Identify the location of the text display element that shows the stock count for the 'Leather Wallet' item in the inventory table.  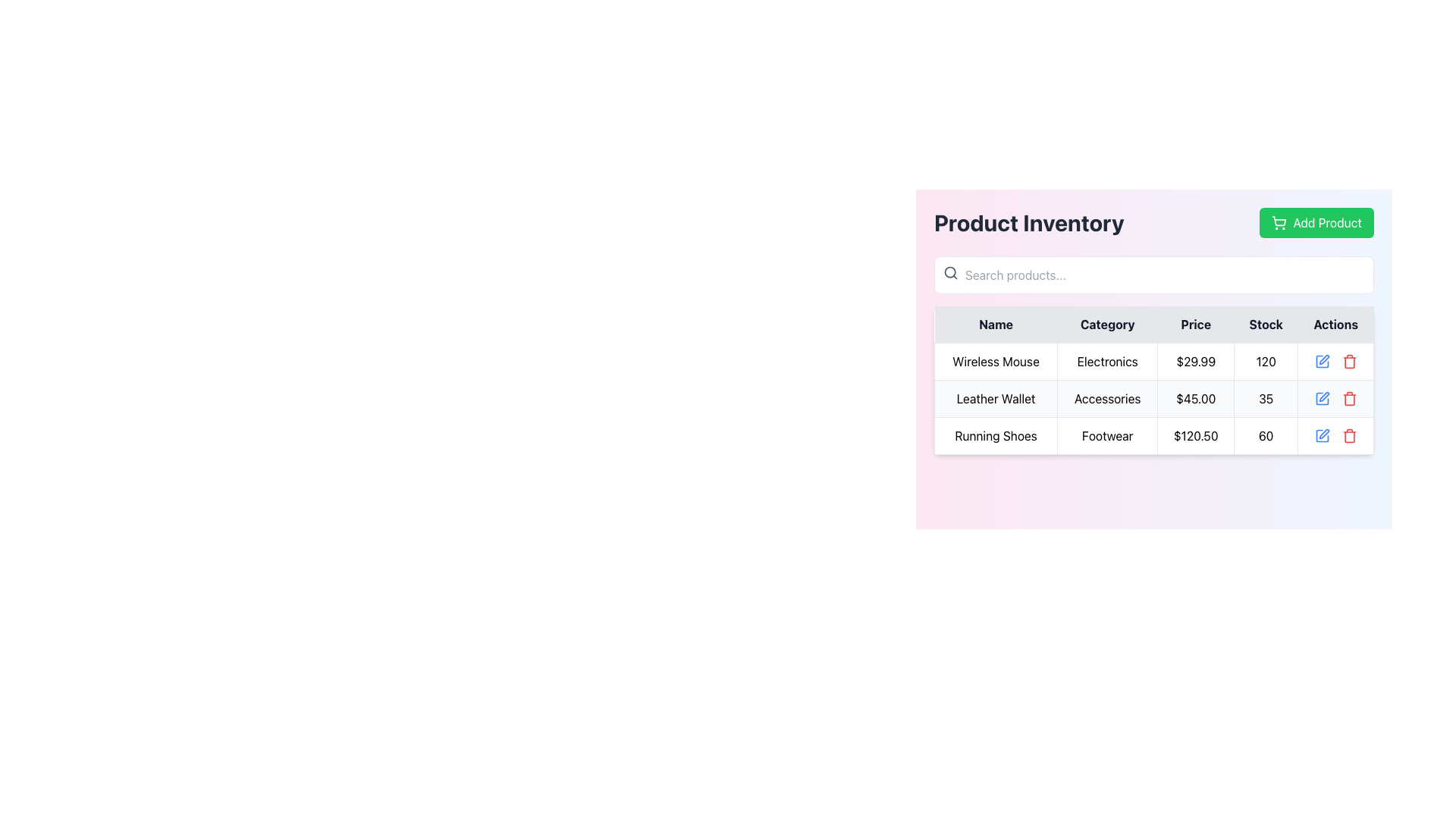
(1266, 397).